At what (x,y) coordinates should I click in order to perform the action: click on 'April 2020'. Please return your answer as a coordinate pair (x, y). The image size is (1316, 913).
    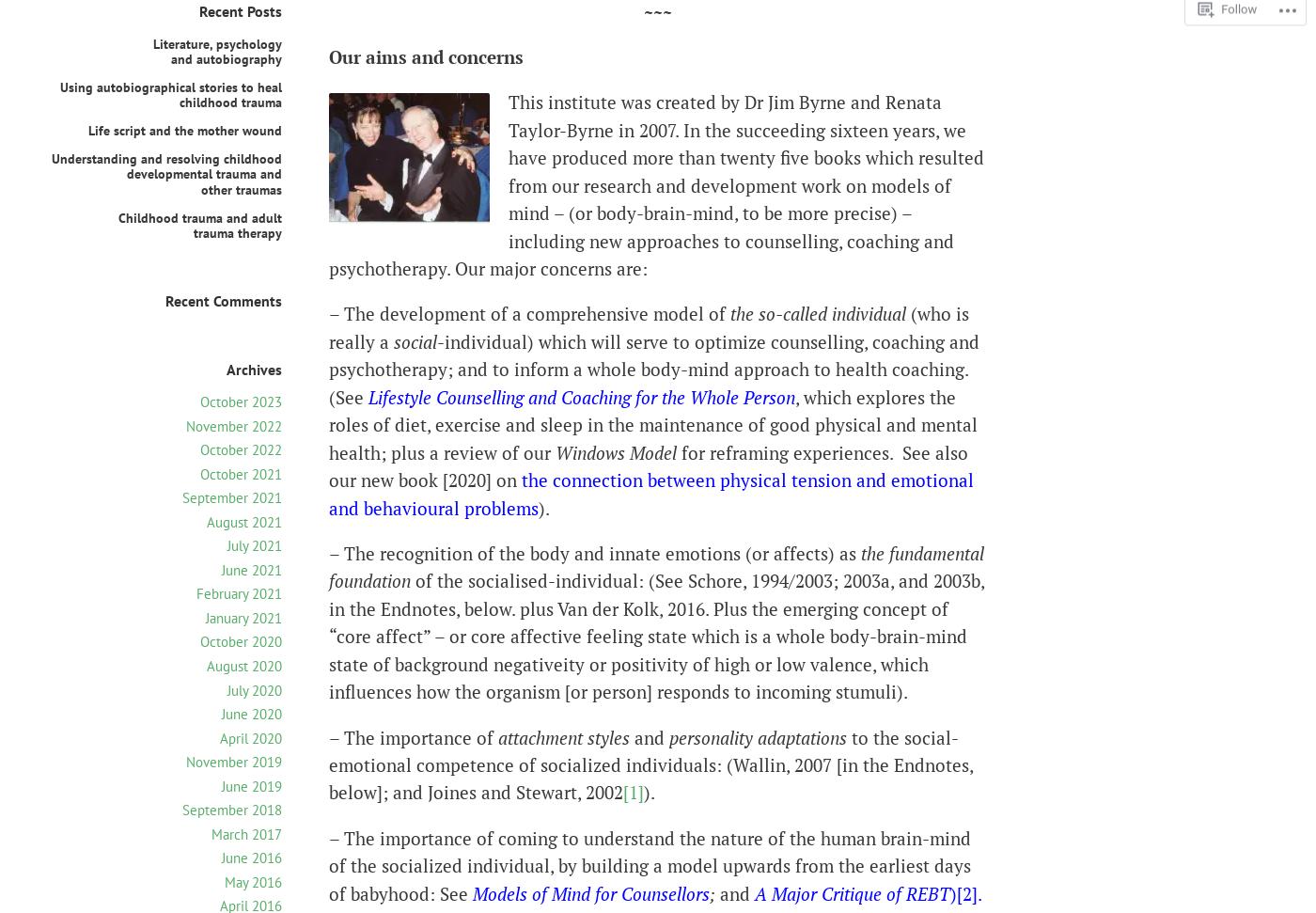
    Looking at the image, I should click on (219, 737).